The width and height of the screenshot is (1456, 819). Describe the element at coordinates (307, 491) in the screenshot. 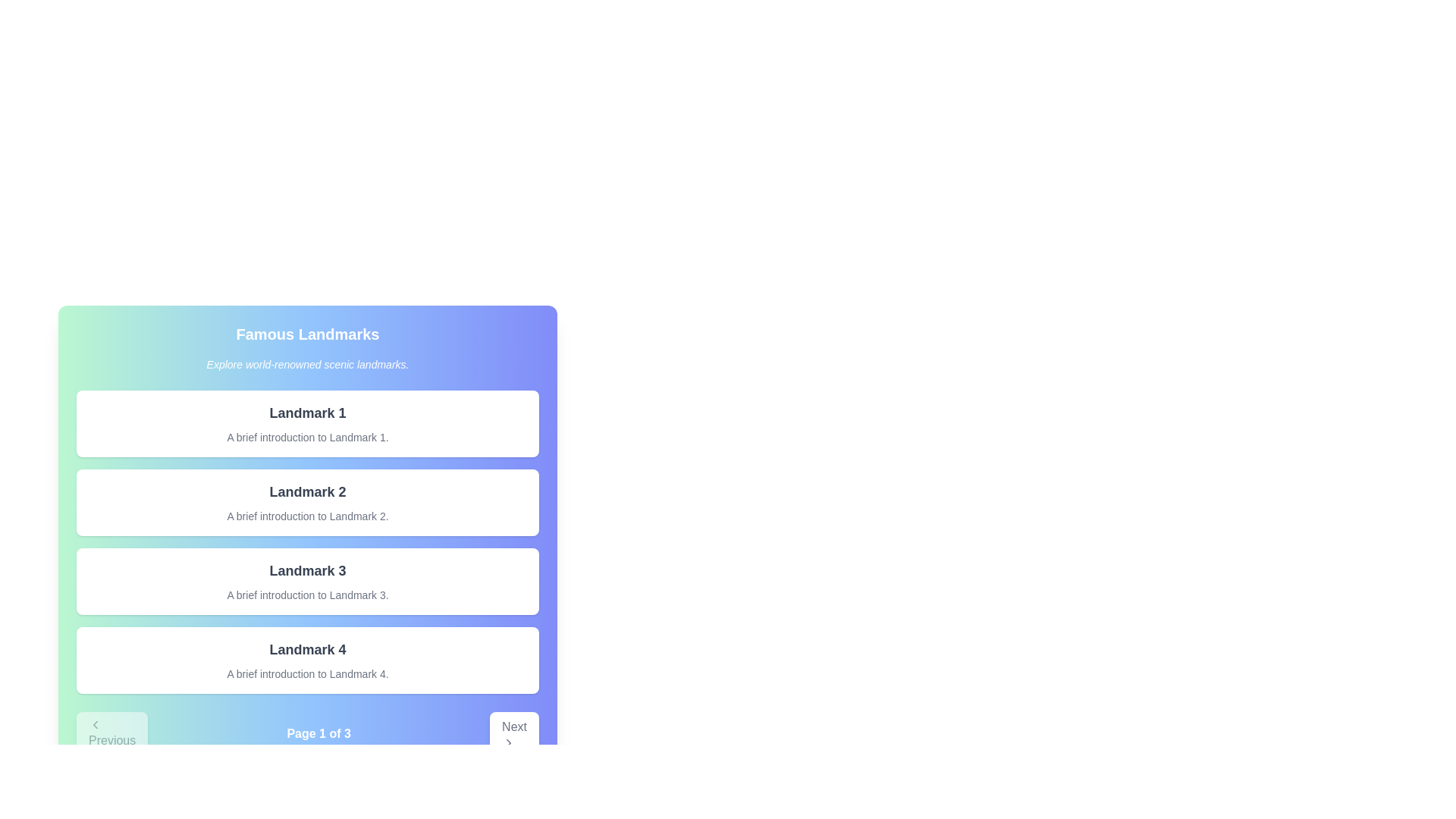

I see `the title text label element for 'Landmark 2' located at the top of the second card in a vertical list of cards` at that location.